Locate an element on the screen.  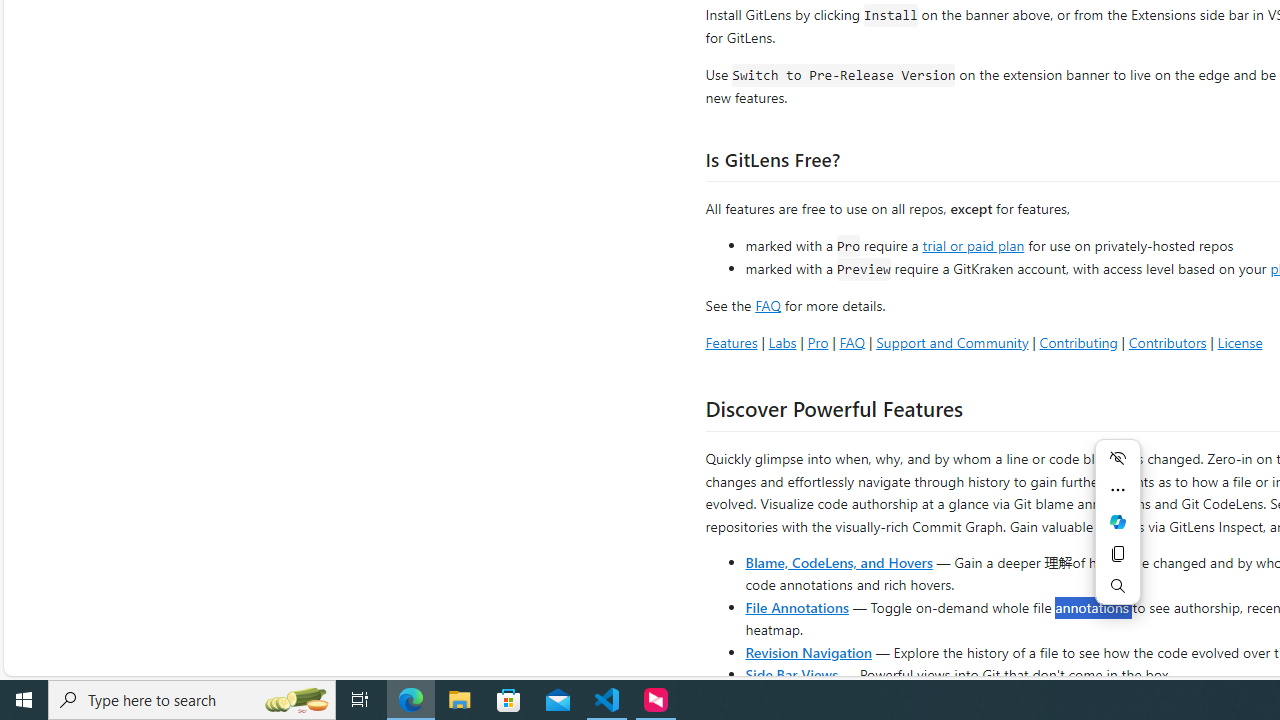
'Ask Copilot' is located at coordinates (1117, 521).